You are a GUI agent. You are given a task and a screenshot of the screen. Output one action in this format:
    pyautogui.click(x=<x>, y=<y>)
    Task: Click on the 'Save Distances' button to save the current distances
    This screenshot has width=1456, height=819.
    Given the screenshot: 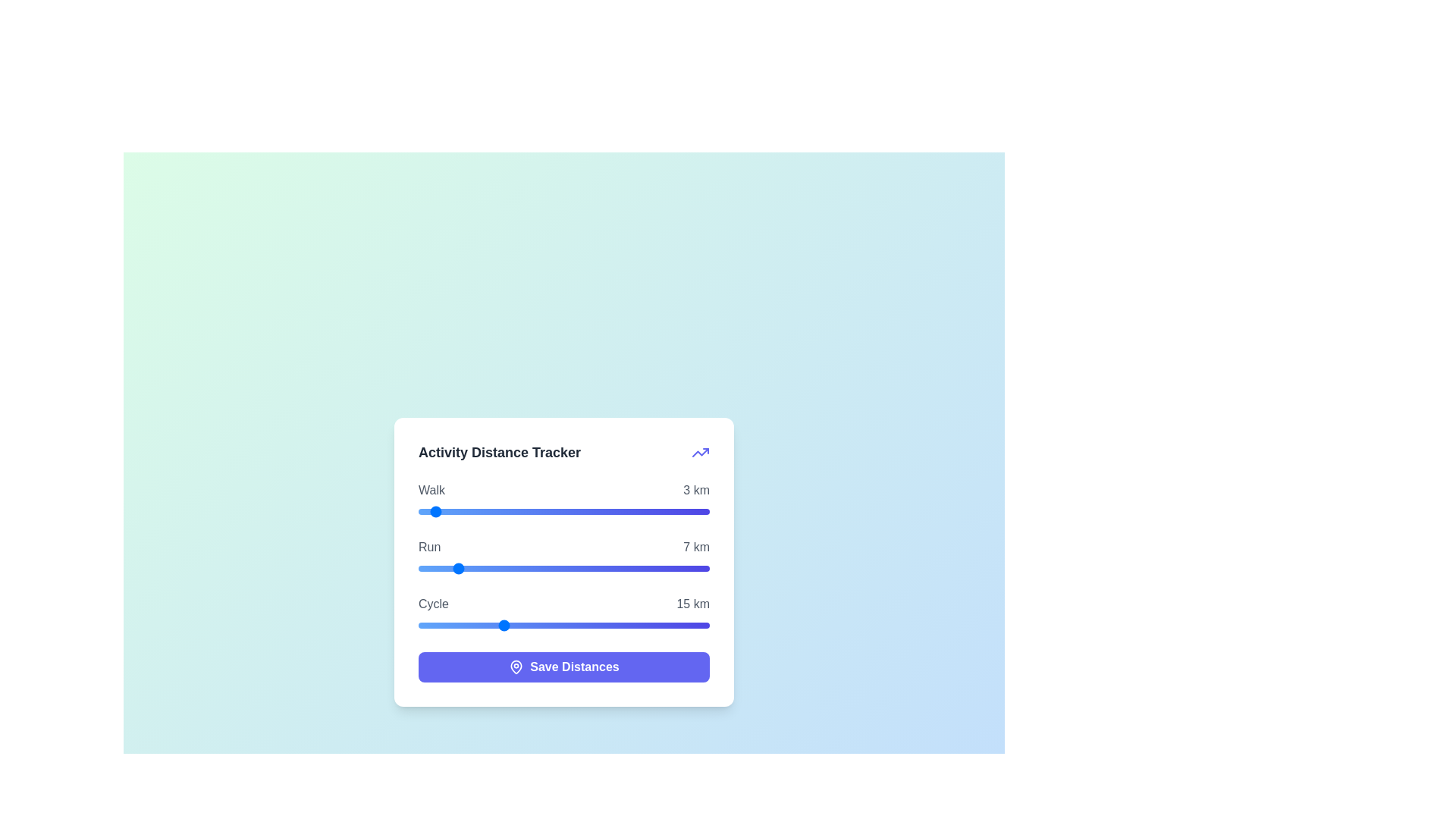 What is the action you would take?
    pyautogui.click(x=563, y=666)
    